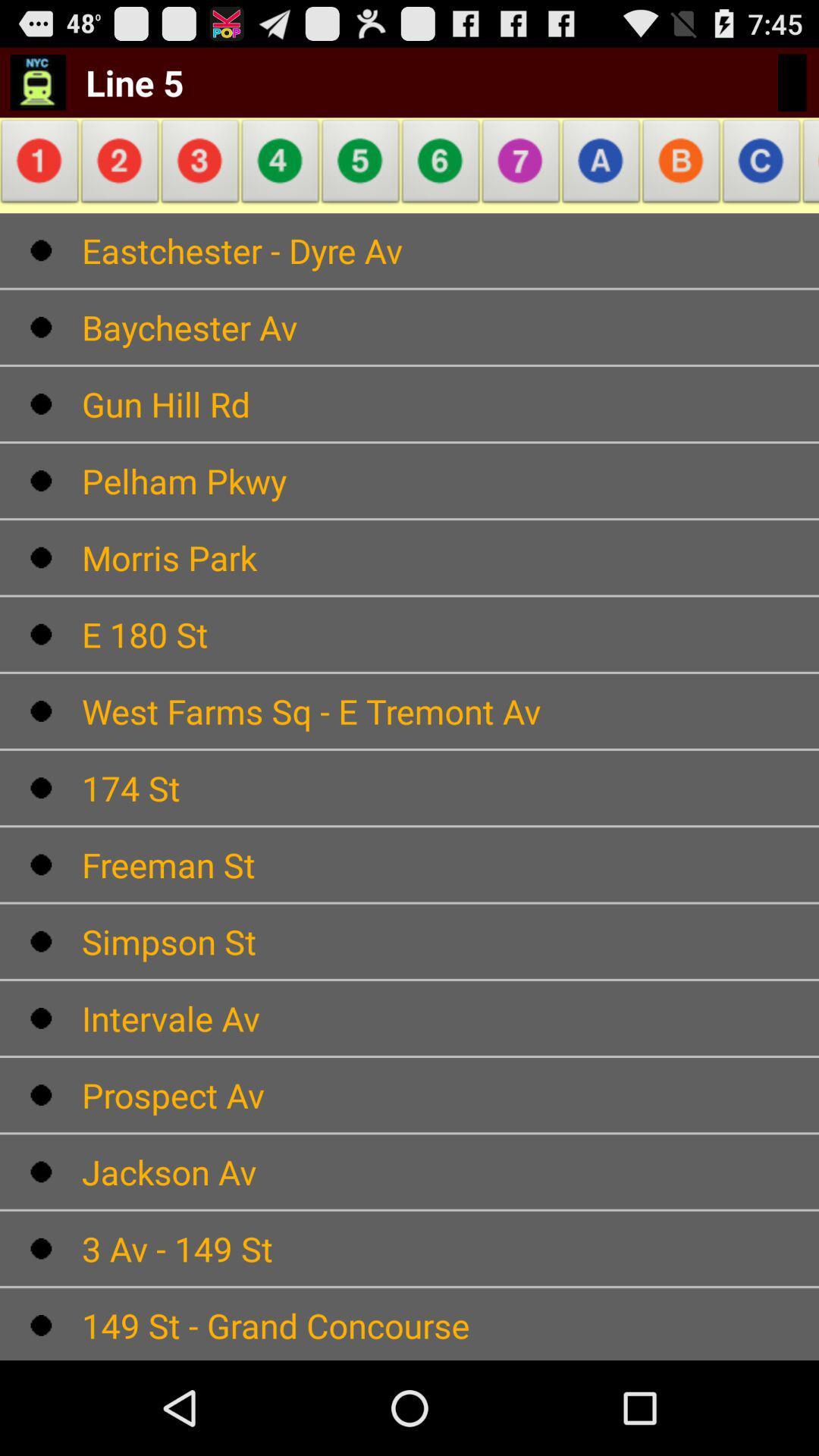 This screenshot has height=1456, width=819. What do you see at coordinates (37, 81) in the screenshot?
I see `item next to the line 5 icon` at bounding box center [37, 81].